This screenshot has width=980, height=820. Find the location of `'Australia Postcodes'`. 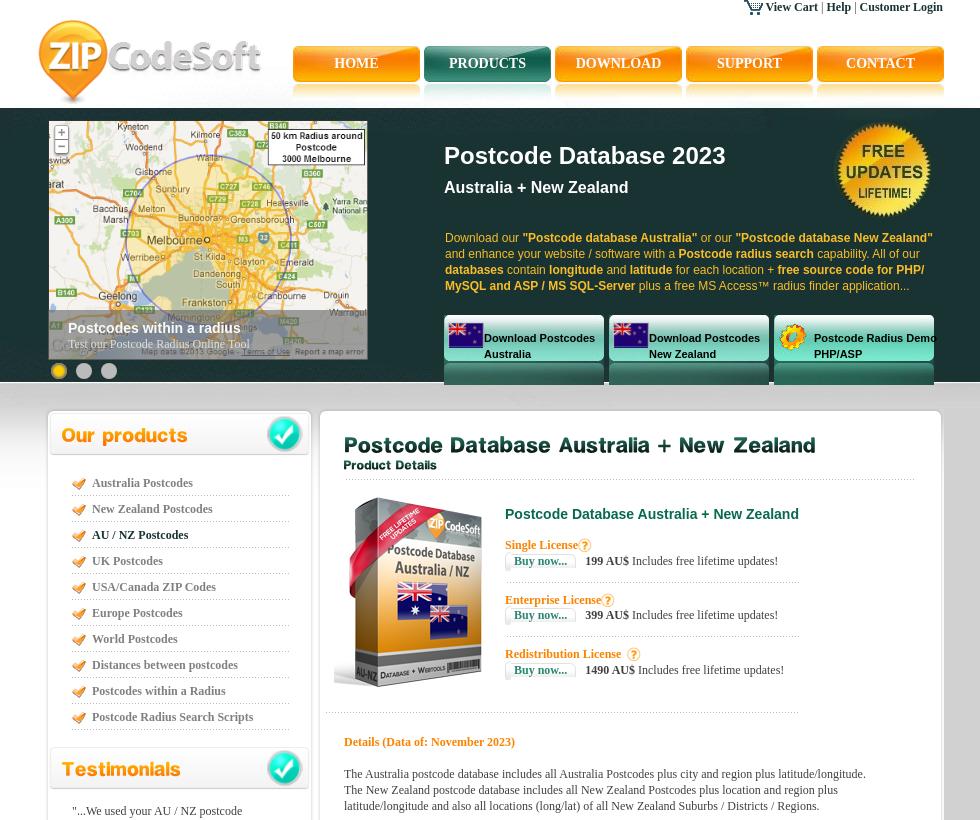

'Australia Postcodes' is located at coordinates (142, 482).